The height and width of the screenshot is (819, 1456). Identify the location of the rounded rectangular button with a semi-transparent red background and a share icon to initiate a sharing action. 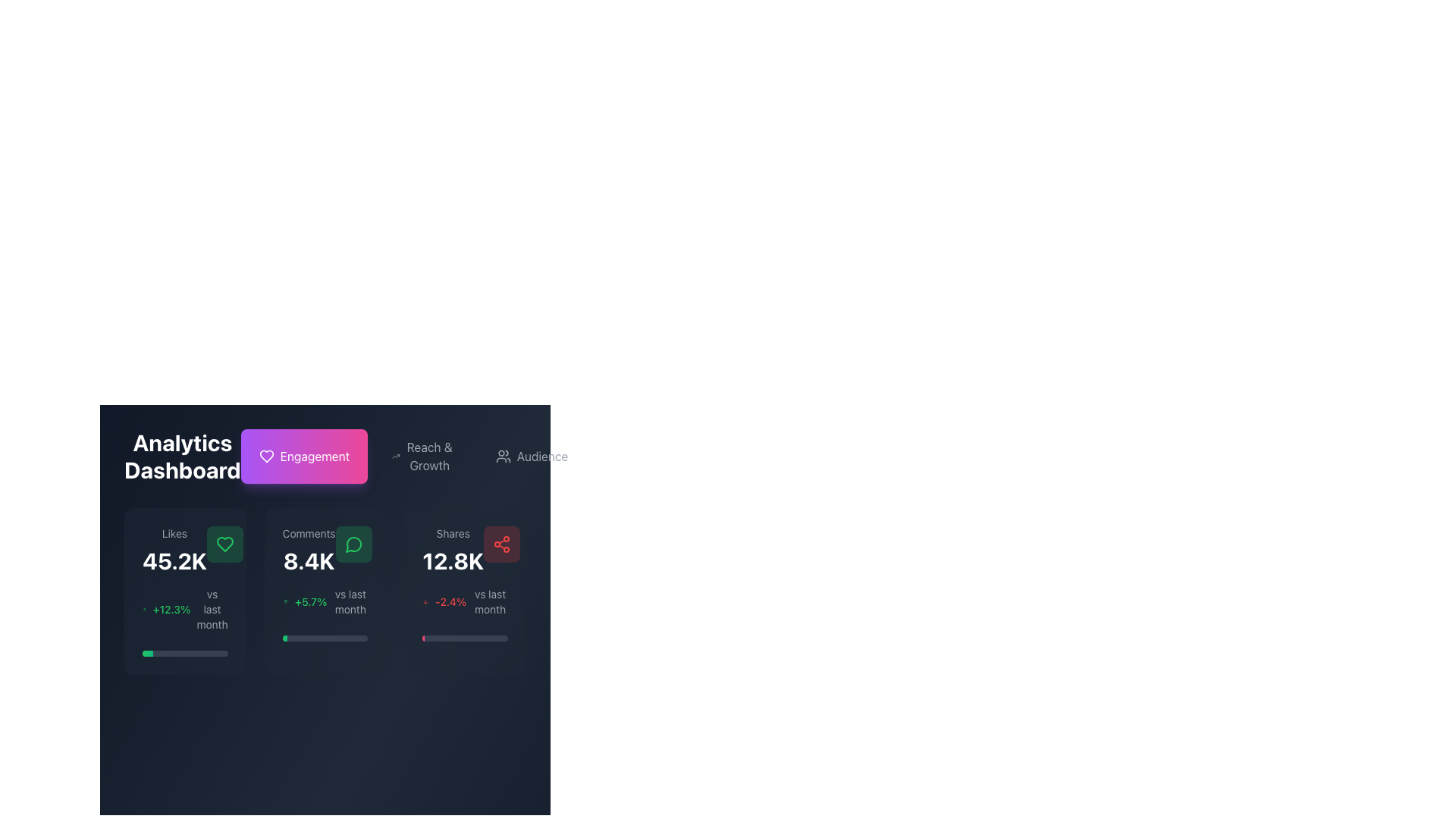
(502, 543).